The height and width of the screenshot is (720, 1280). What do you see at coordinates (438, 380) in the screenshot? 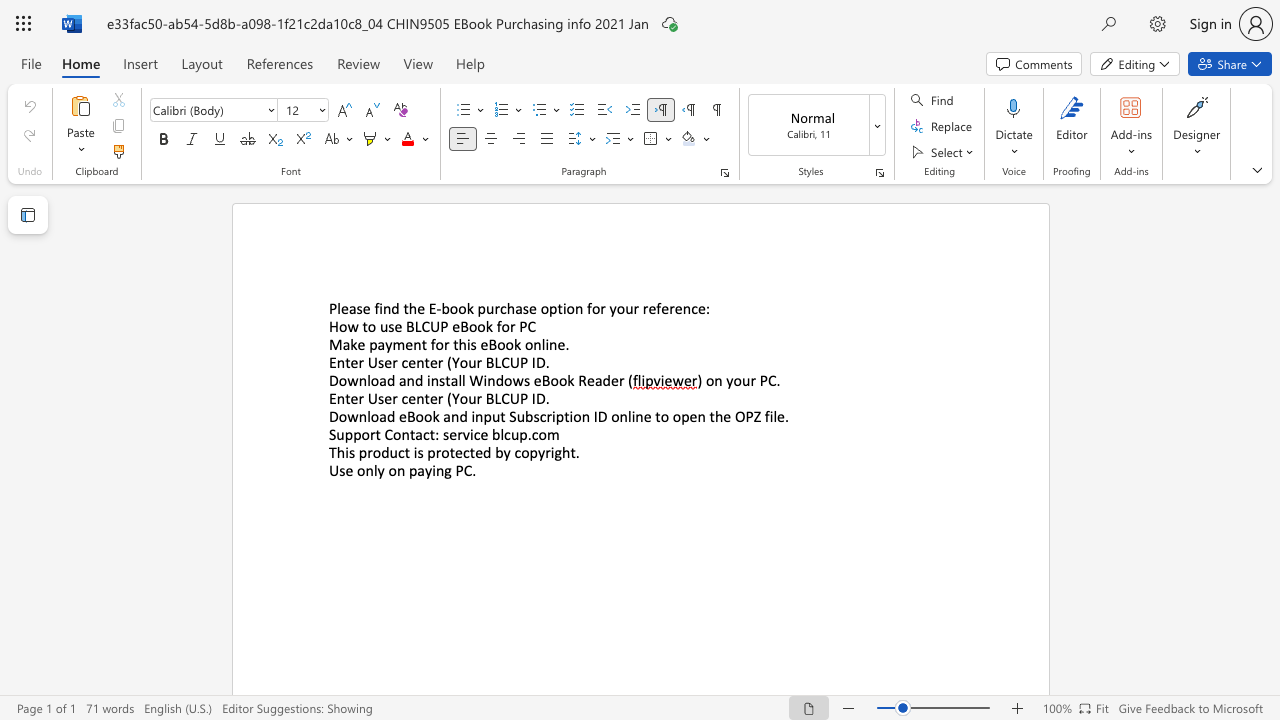
I see `the subset text "stall Windows eBook Rea" within the text "Download and install Windows eBook Reader ("` at bounding box center [438, 380].